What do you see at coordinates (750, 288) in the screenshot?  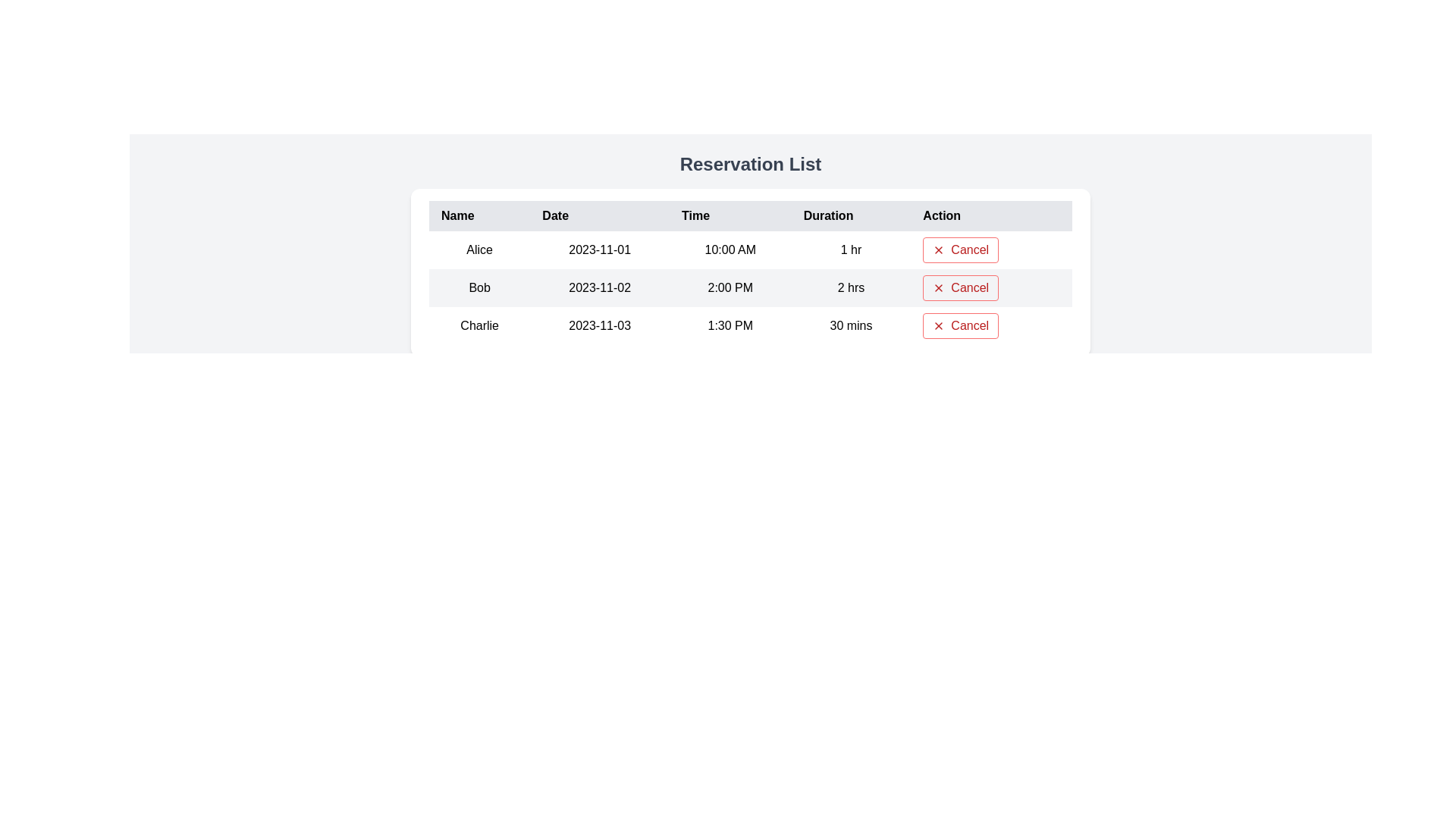 I see `the second row of the reservation table containing the entry 'Bob'` at bounding box center [750, 288].